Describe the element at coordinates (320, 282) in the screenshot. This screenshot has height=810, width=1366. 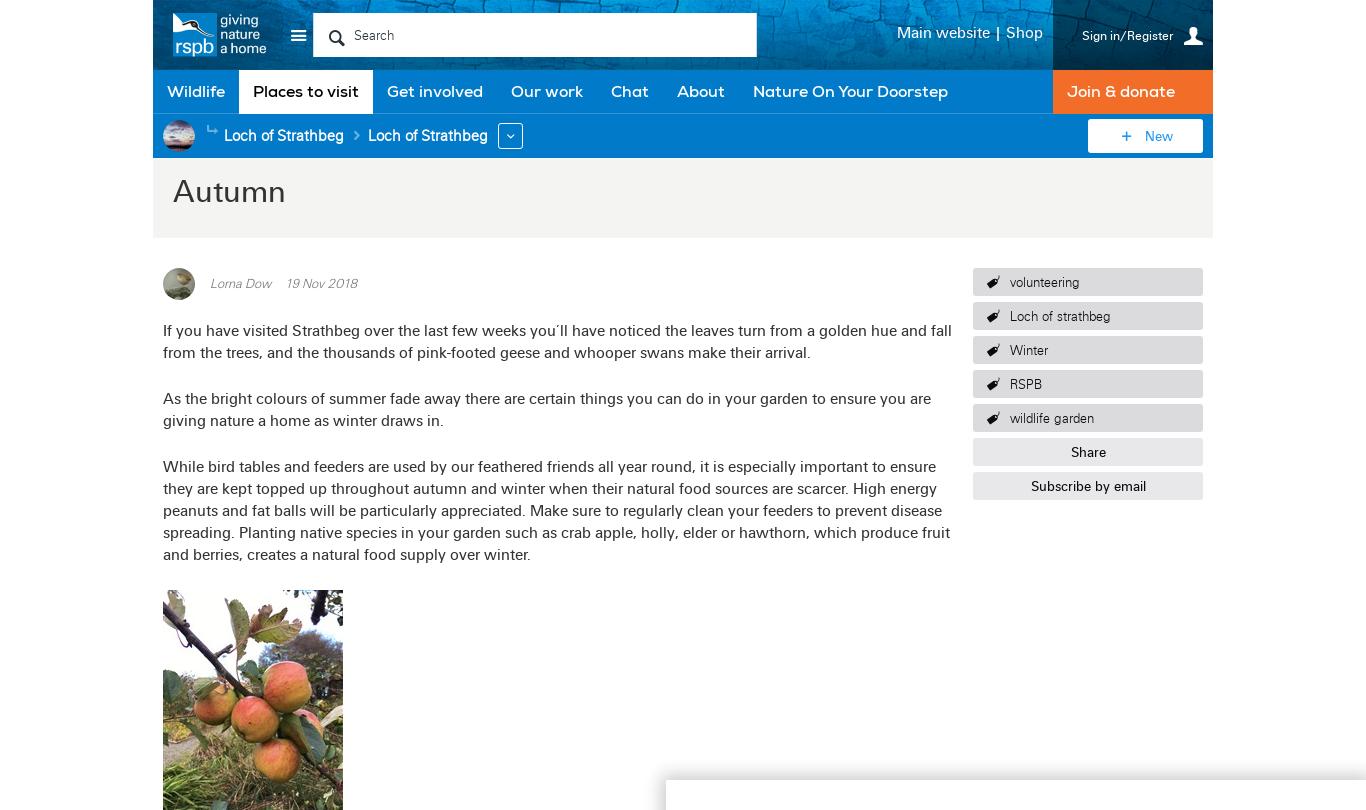
I see `'19 Nov 2018'` at that location.